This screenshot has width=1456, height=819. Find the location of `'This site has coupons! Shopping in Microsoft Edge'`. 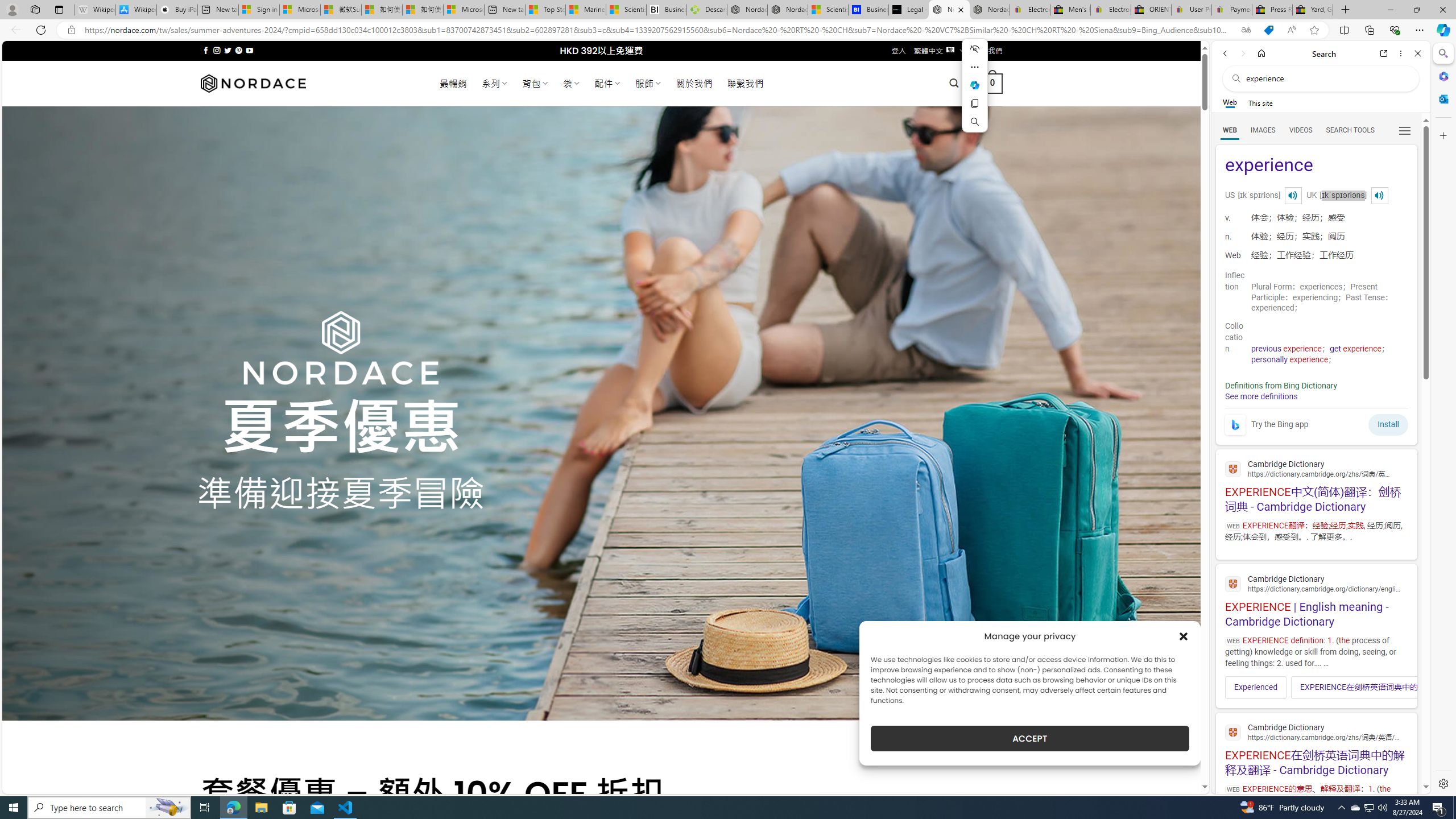

'This site has coupons! Shopping in Microsoft Edge' is located at coordinates (1268, 30).